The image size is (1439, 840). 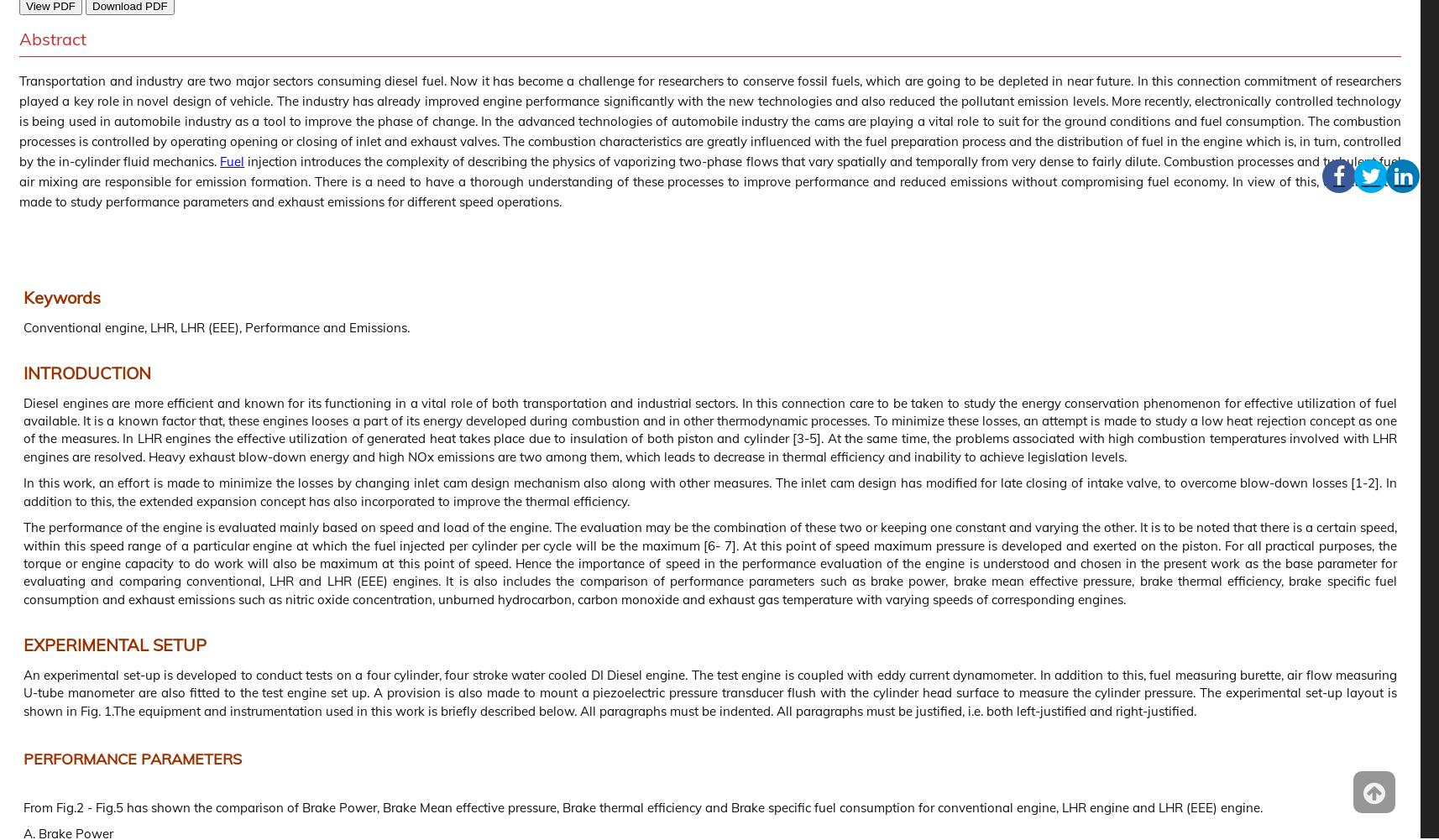 I want to click on 'In this work, an effort is made to minimize the losses by changing inlet cam design mechanism also along with other
measures. The inlet cam design has modified for late closing of intake valve, to overcome blow-down losses [1-2]. In
addition to this, the extended expansion concept has also incorporated to improve the thermal efficiency.', so click(x=710, y=491).